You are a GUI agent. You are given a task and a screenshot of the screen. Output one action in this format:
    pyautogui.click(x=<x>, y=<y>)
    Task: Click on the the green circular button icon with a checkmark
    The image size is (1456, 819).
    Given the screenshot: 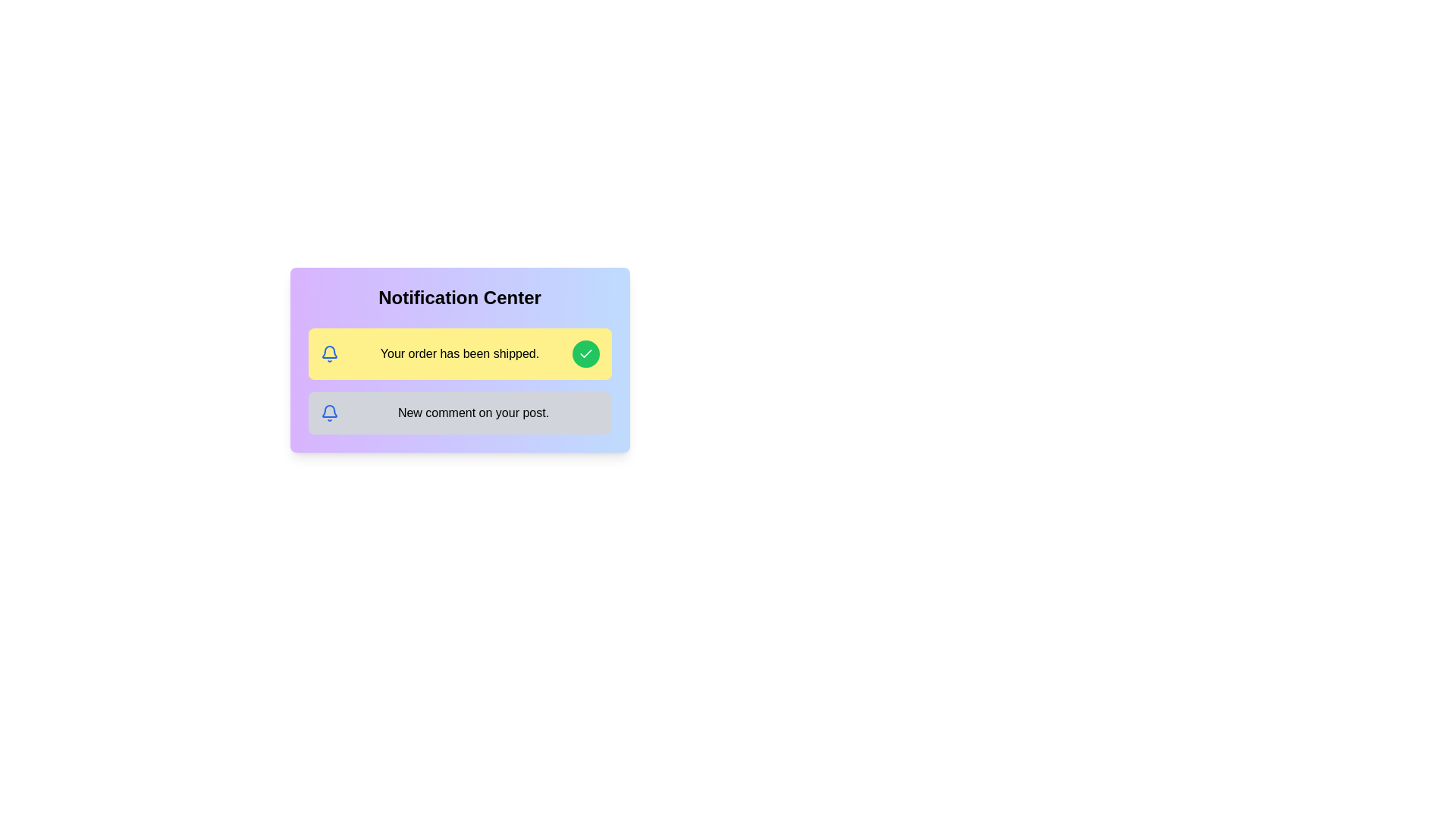 What is the action you would take?
    pyautogui.click(x=585, y=353)
    